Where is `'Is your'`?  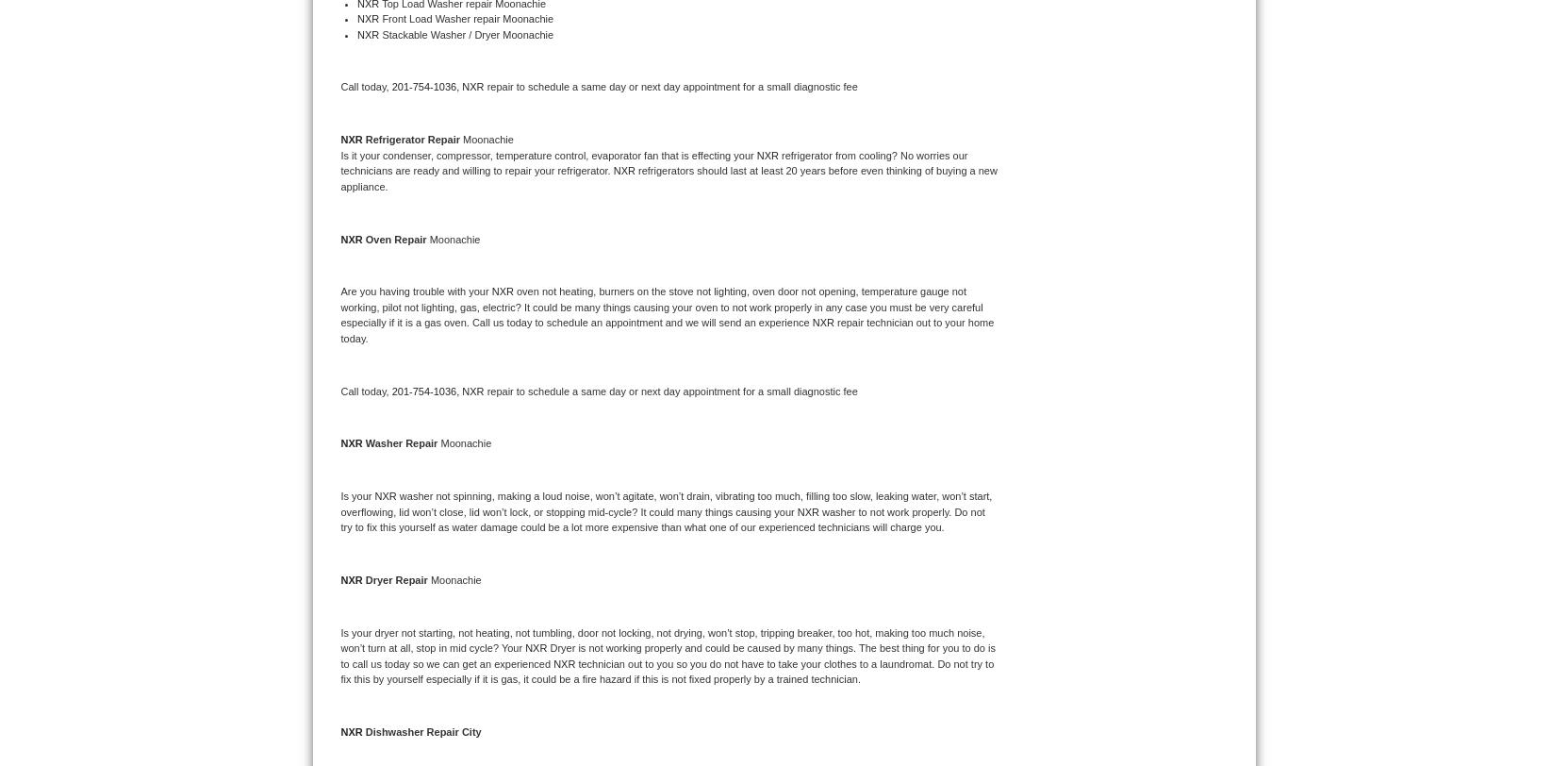 'Is your' is located at coordinates (355, 496).